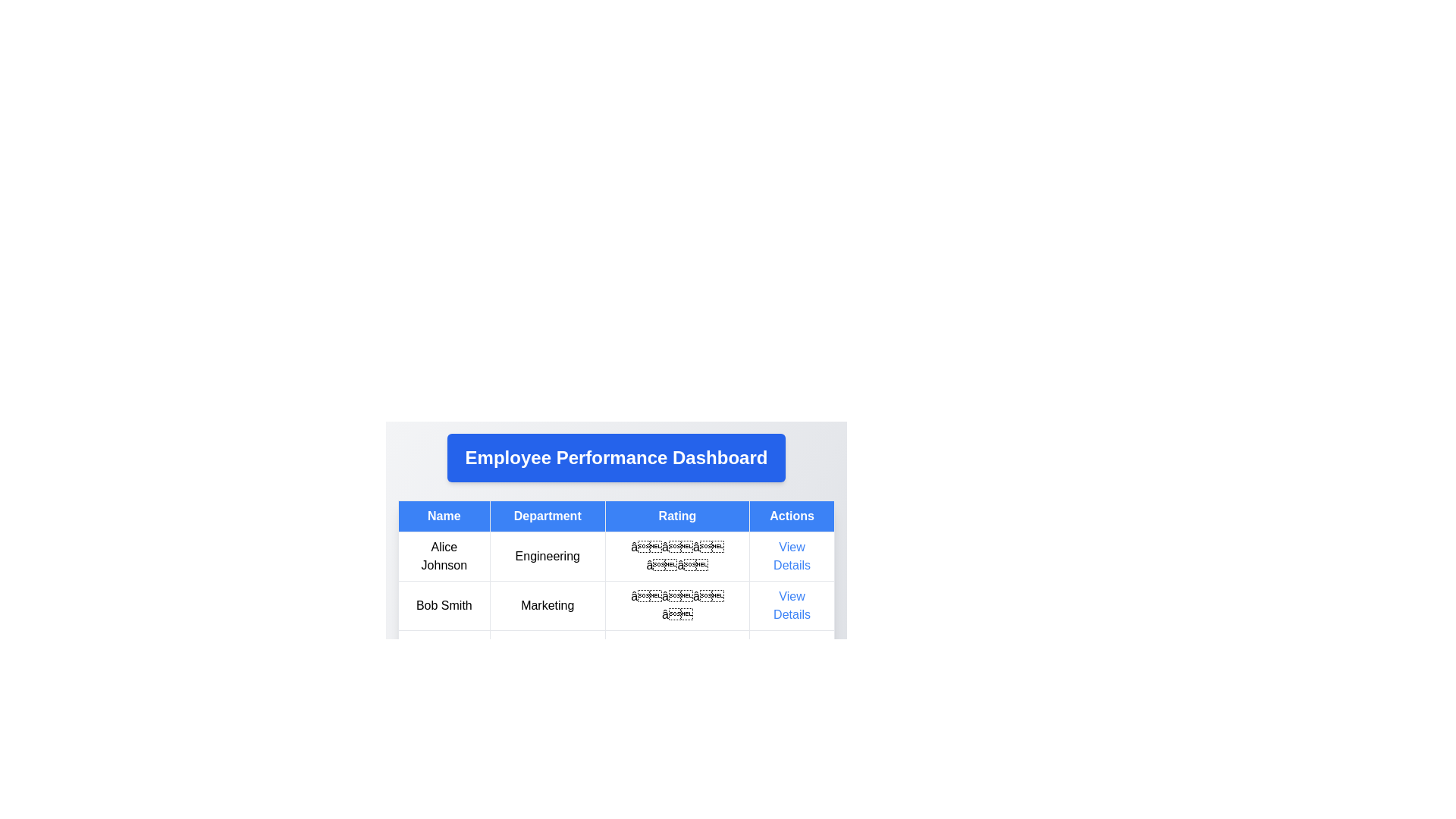  Describe the element at coordinates (676, 604) in the screenshot. I see `the Rating indicator, which consists of four graphical star icons arranged horizontally, located in the third column of the second row titled 'Bob Smith Marketing'` at that location.